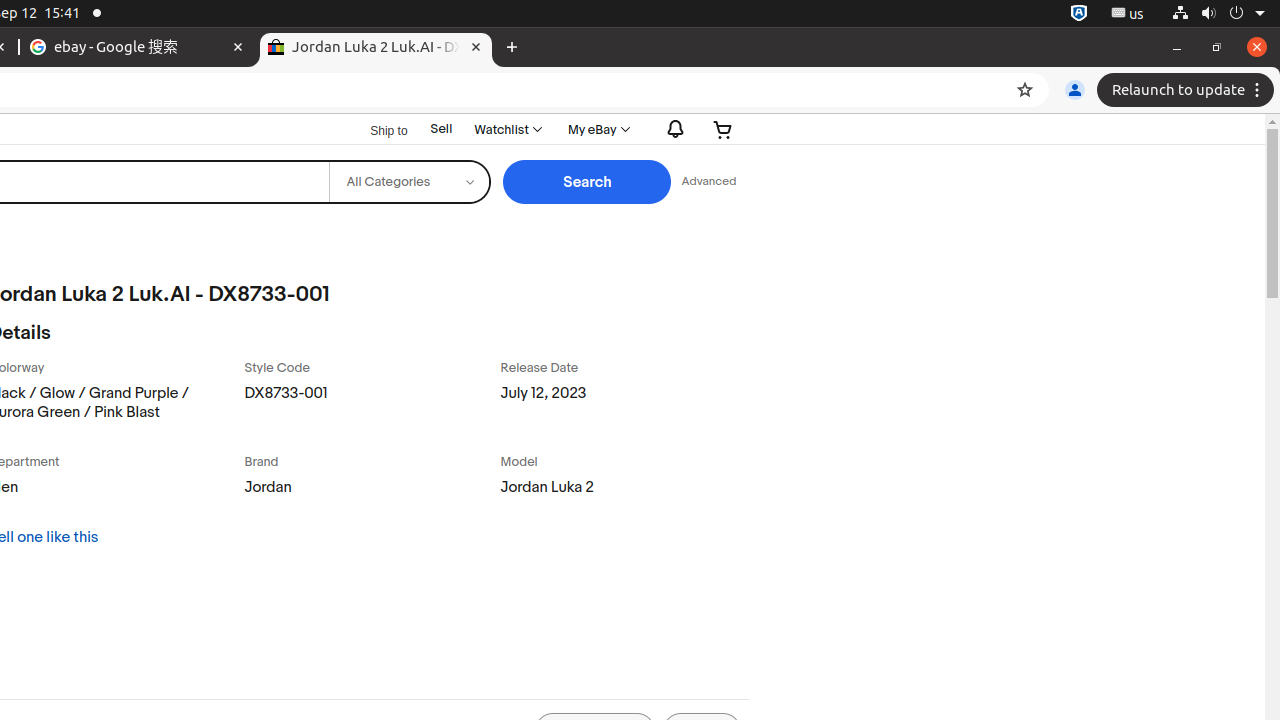  What do you see at coordinates (1025, 90) in the screenshot?
I see `'Bookmark this tab'` at bounding box center [1025, 90].